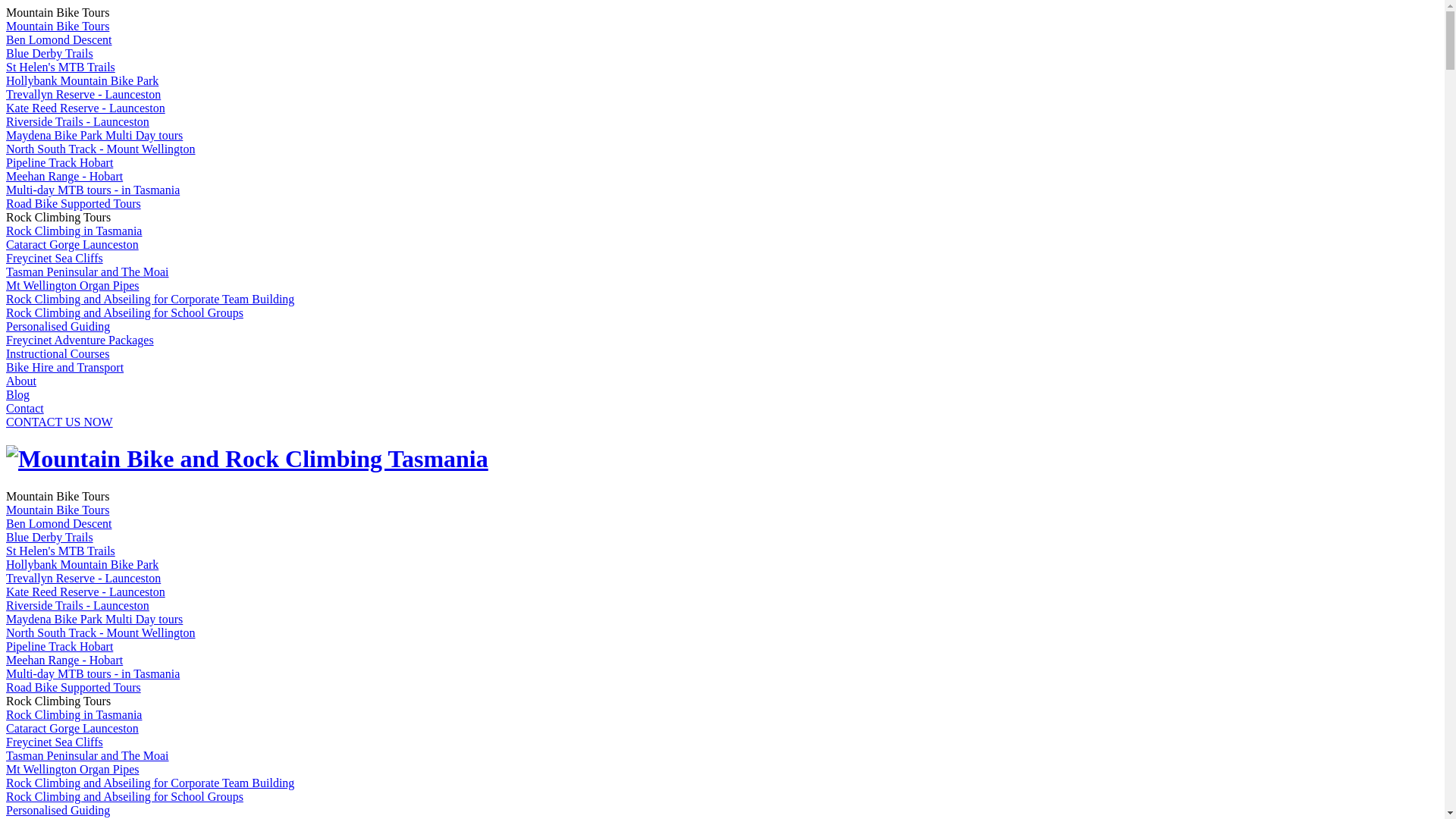  I want to click on 'Hollybank Mountain Bike Park', so click(81, 80).